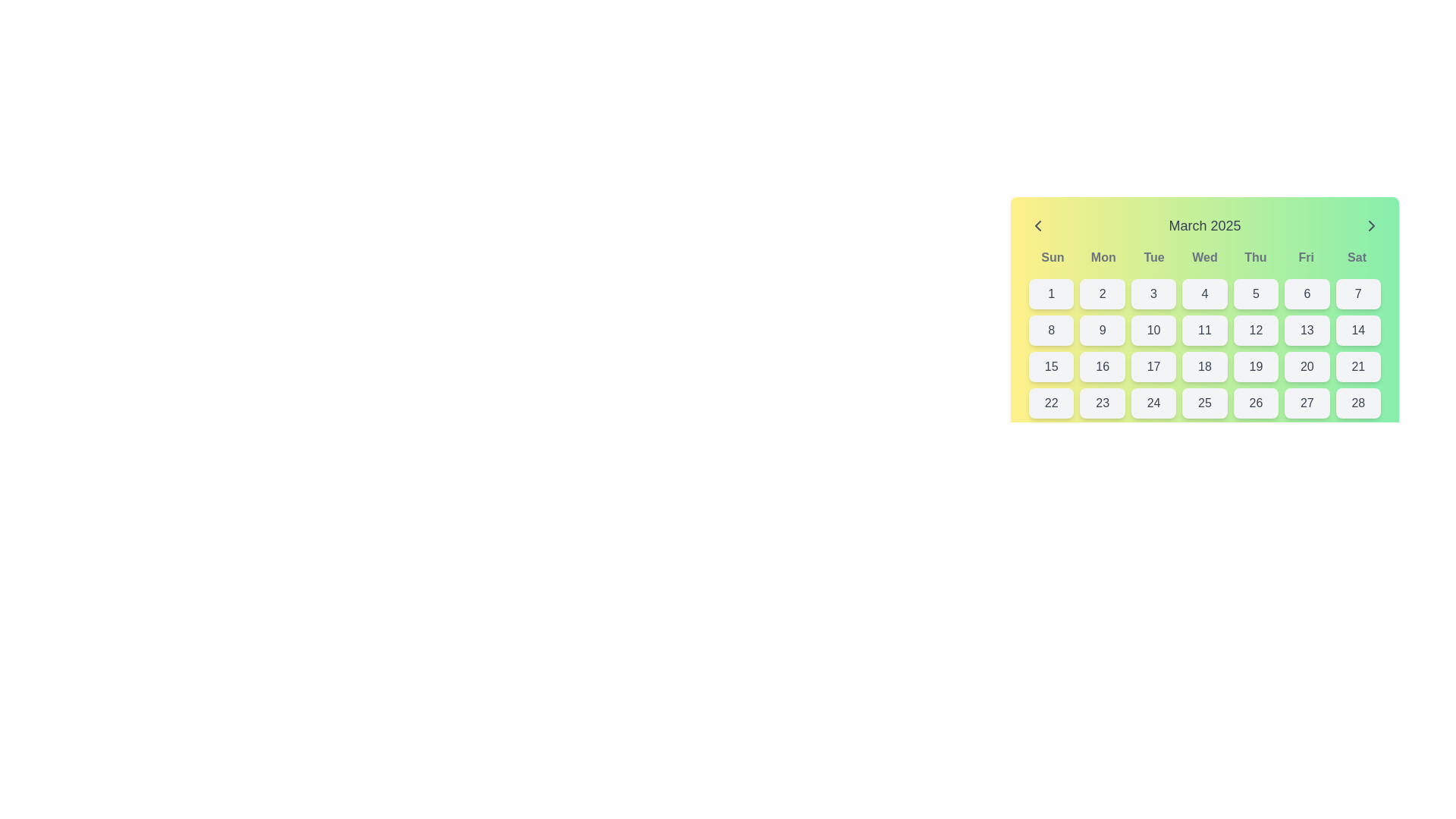 The width and height of the screenshot is (1456, 819). What do you see at coordinates (1357, 366) in the screenshot?
I see `the button representing the 21st day of March 2025` at bounding box center [1357, 366].